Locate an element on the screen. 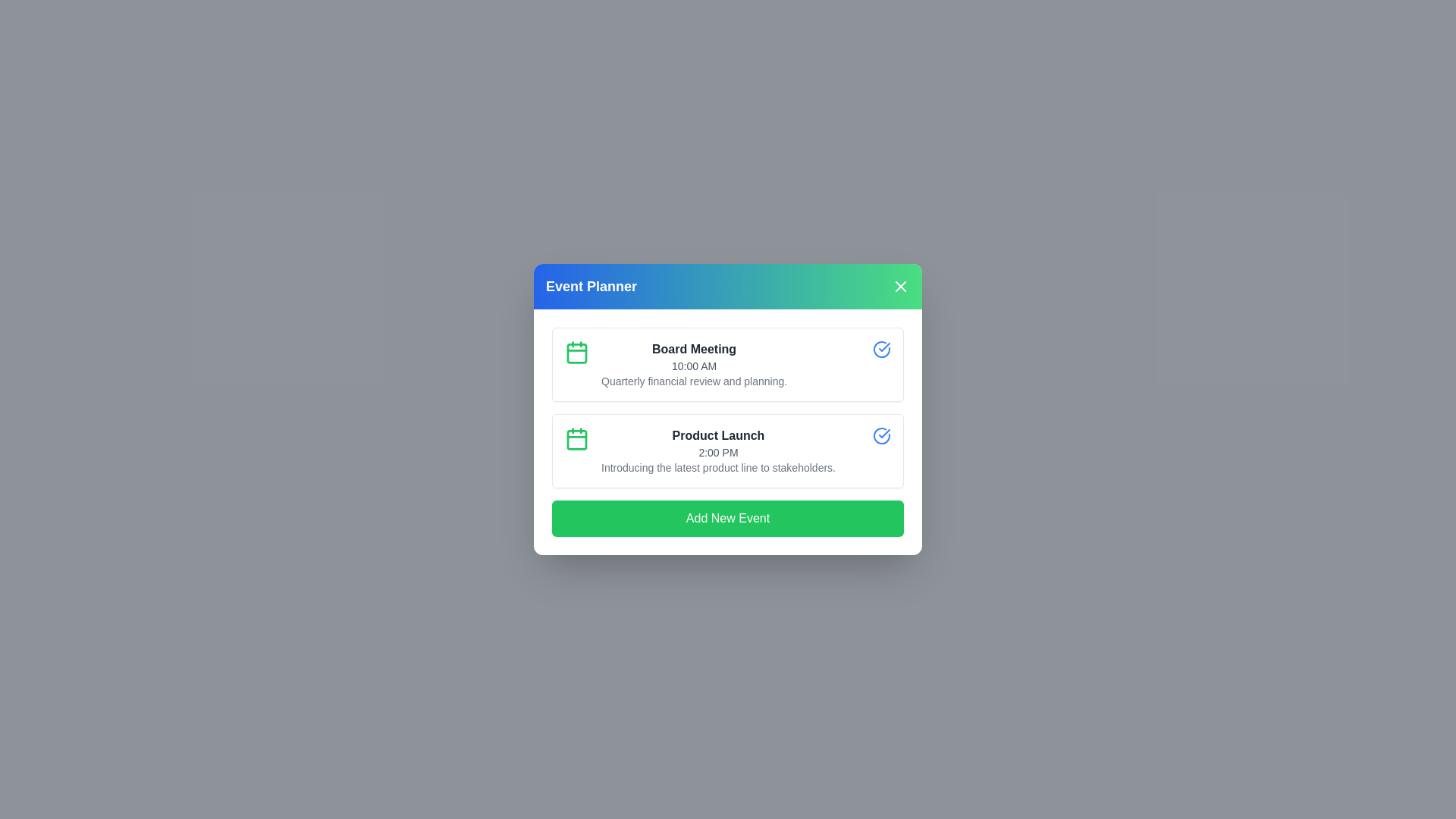 The width and height of the screenshot is (1456, 819). the Interactive button in the 'Product Launch' section is located at coordinates (881, 435).